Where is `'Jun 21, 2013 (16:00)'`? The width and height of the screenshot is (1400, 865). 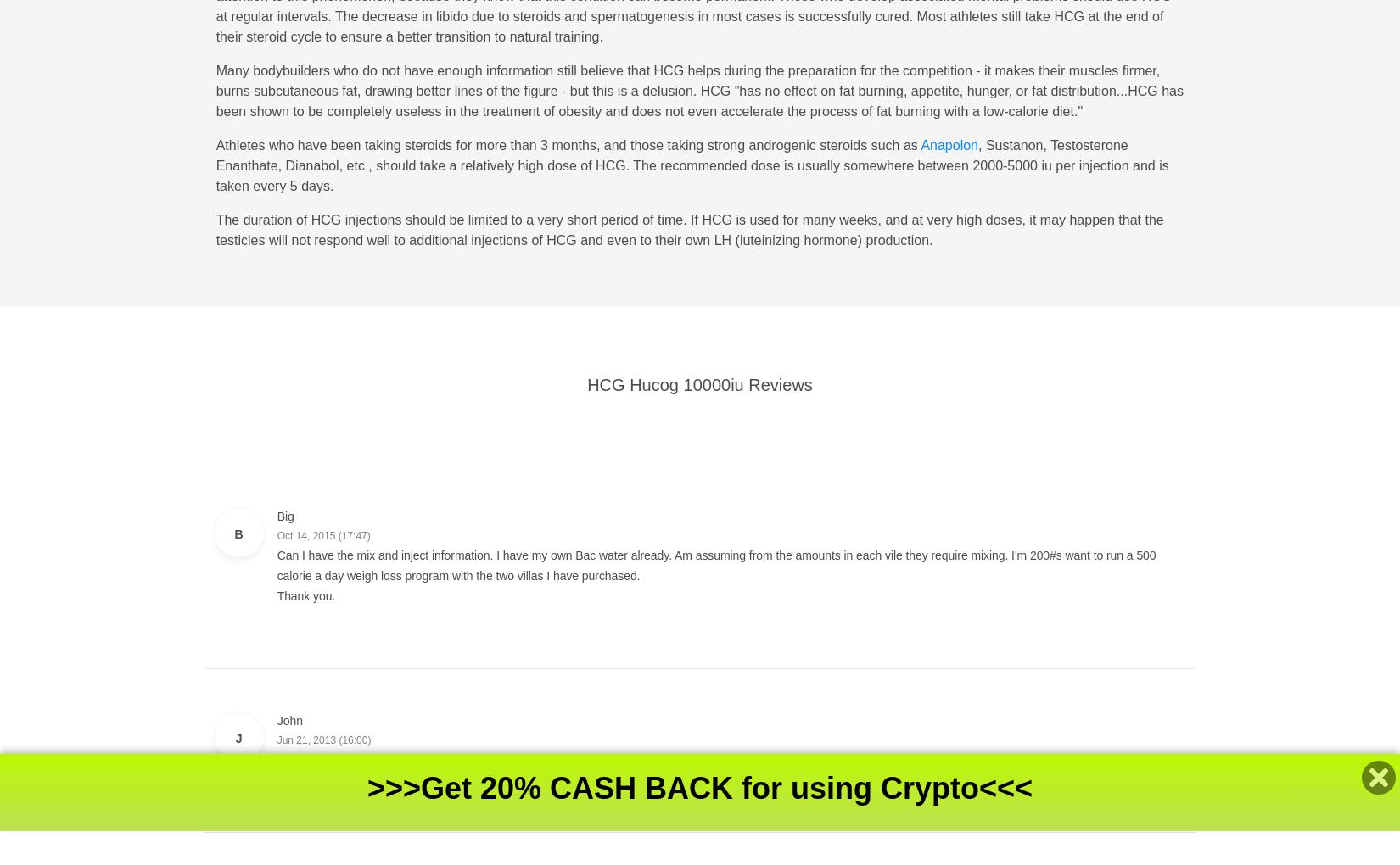
'Jun 21, 2013 (16:00)' is located at coordinates (323, 739).